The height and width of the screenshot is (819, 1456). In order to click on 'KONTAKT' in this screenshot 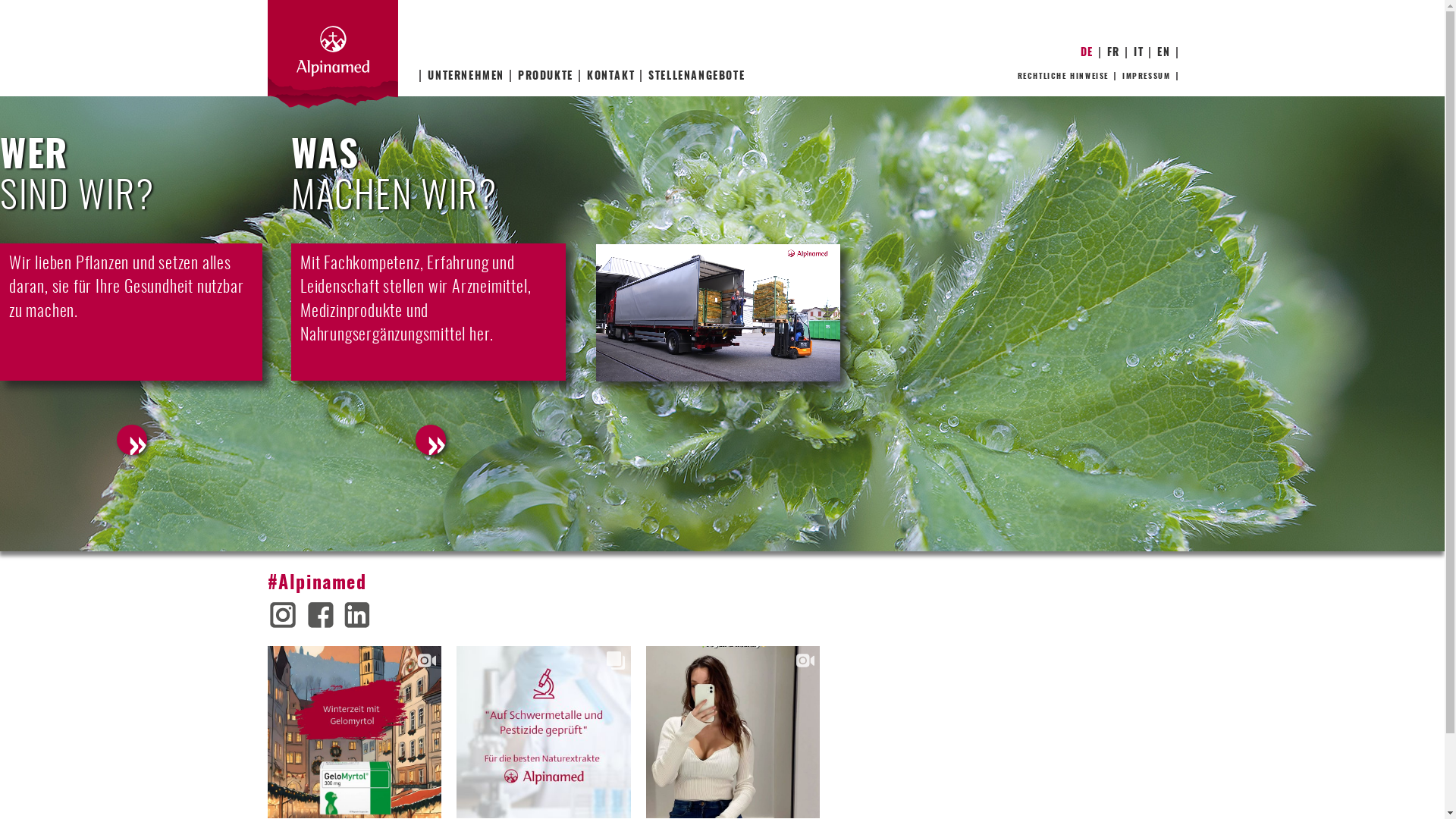, I will do `click(609, 76)`.